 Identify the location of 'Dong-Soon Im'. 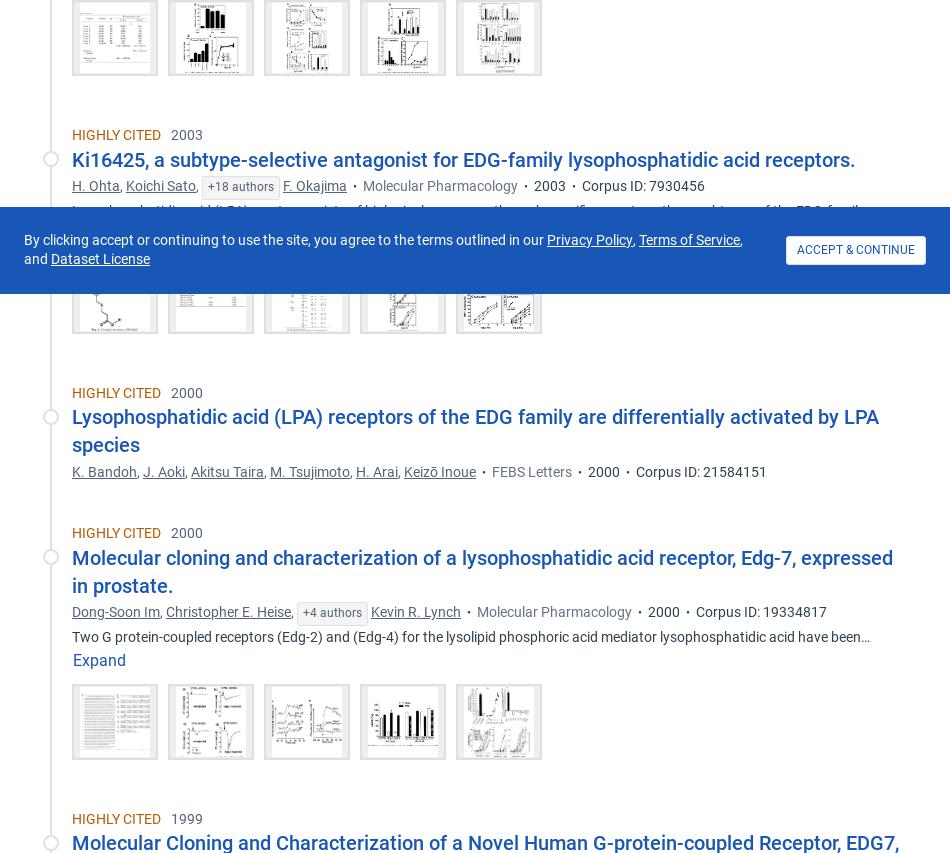
(115, 611).